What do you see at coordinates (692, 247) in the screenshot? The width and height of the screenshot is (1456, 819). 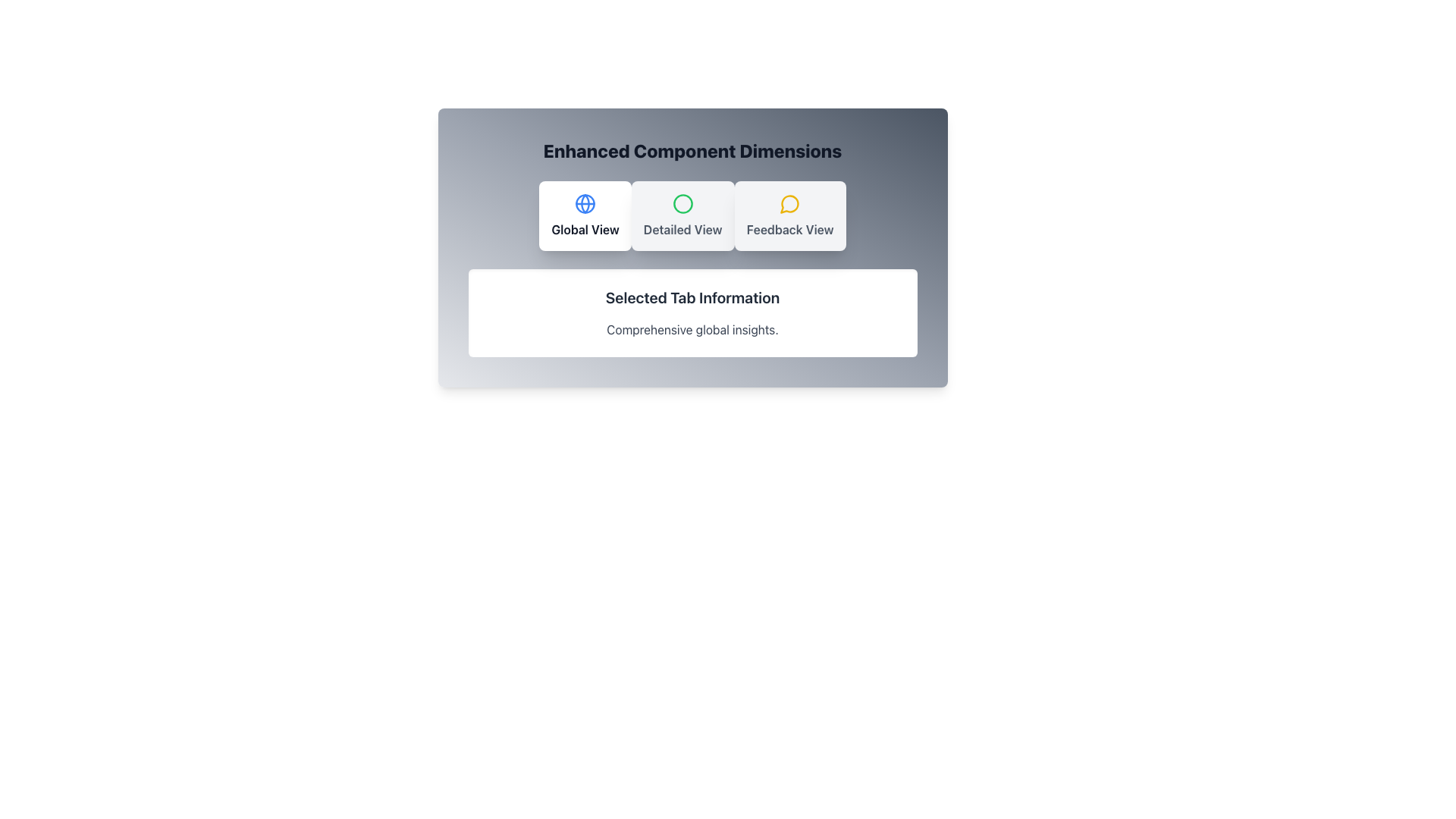 I see `the options cards ('Global View', 'Detailed View', 'Feedback View') in the Interactive Panel titled 'Enhanced Component Dimensions'` at bounding box center [692, 247].